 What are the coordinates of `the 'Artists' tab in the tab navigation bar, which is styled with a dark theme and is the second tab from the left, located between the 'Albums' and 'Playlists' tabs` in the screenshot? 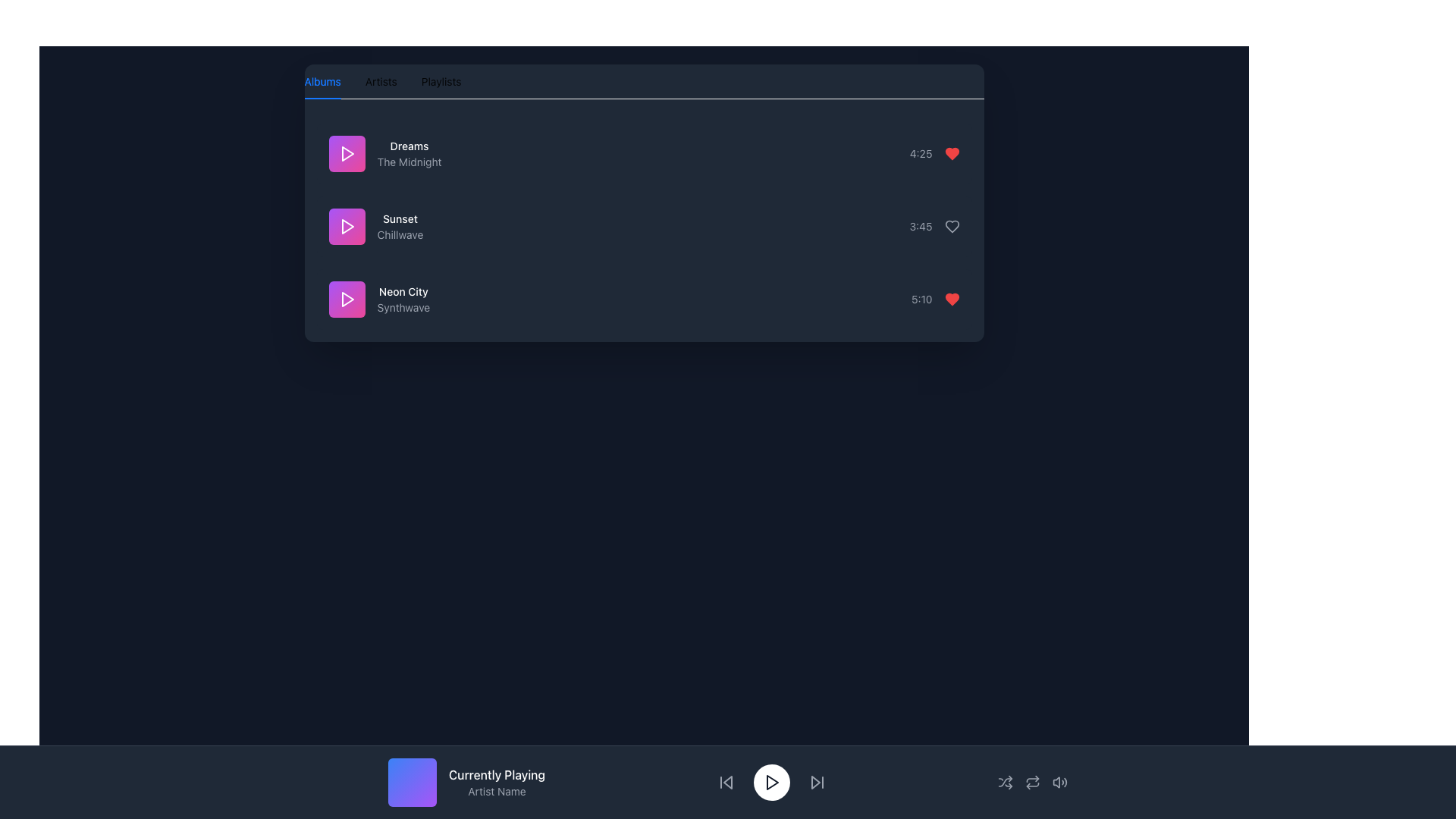 It's located at (382, 82).